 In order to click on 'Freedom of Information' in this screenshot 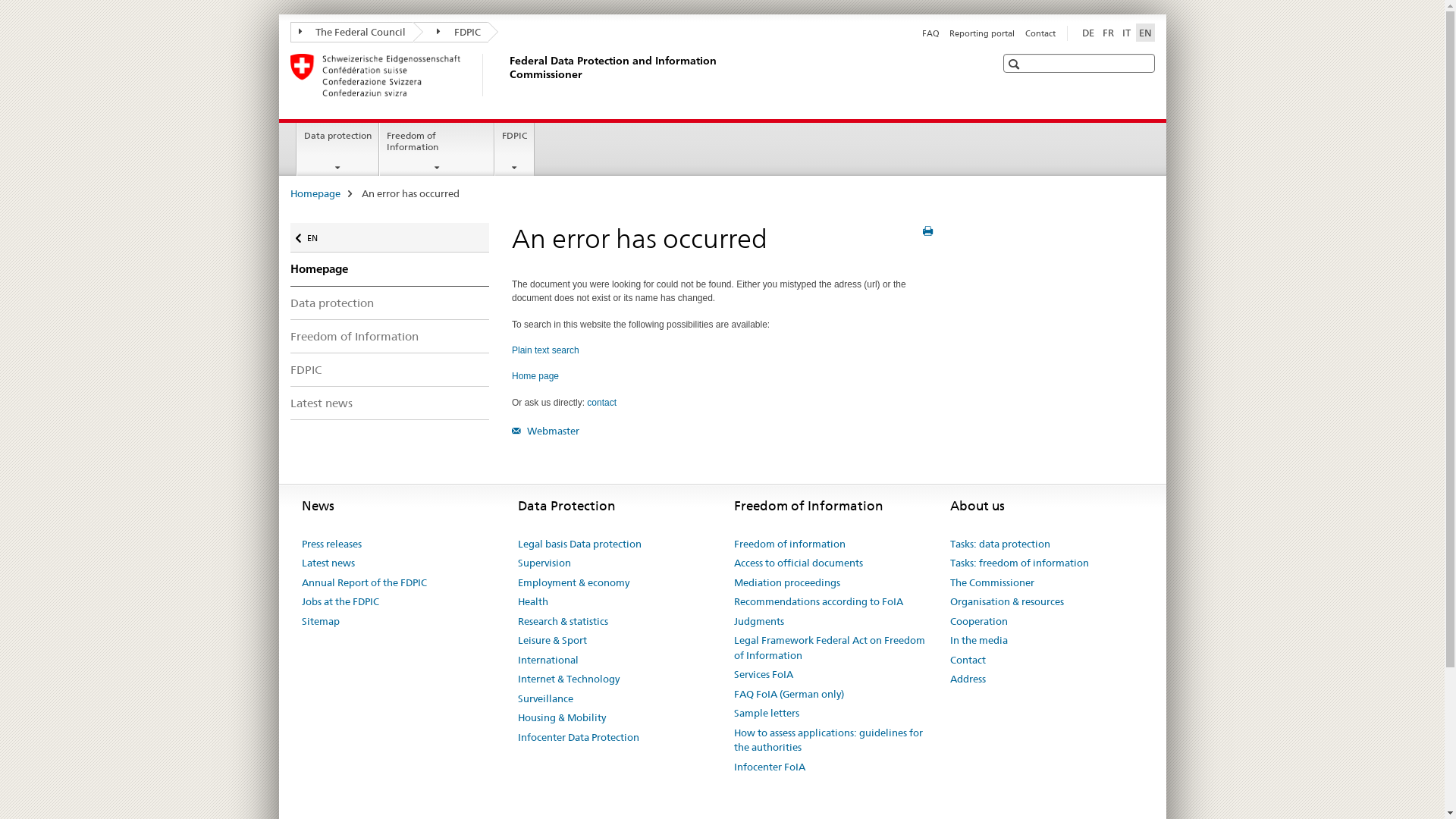, I will do `click(436, 149)`.